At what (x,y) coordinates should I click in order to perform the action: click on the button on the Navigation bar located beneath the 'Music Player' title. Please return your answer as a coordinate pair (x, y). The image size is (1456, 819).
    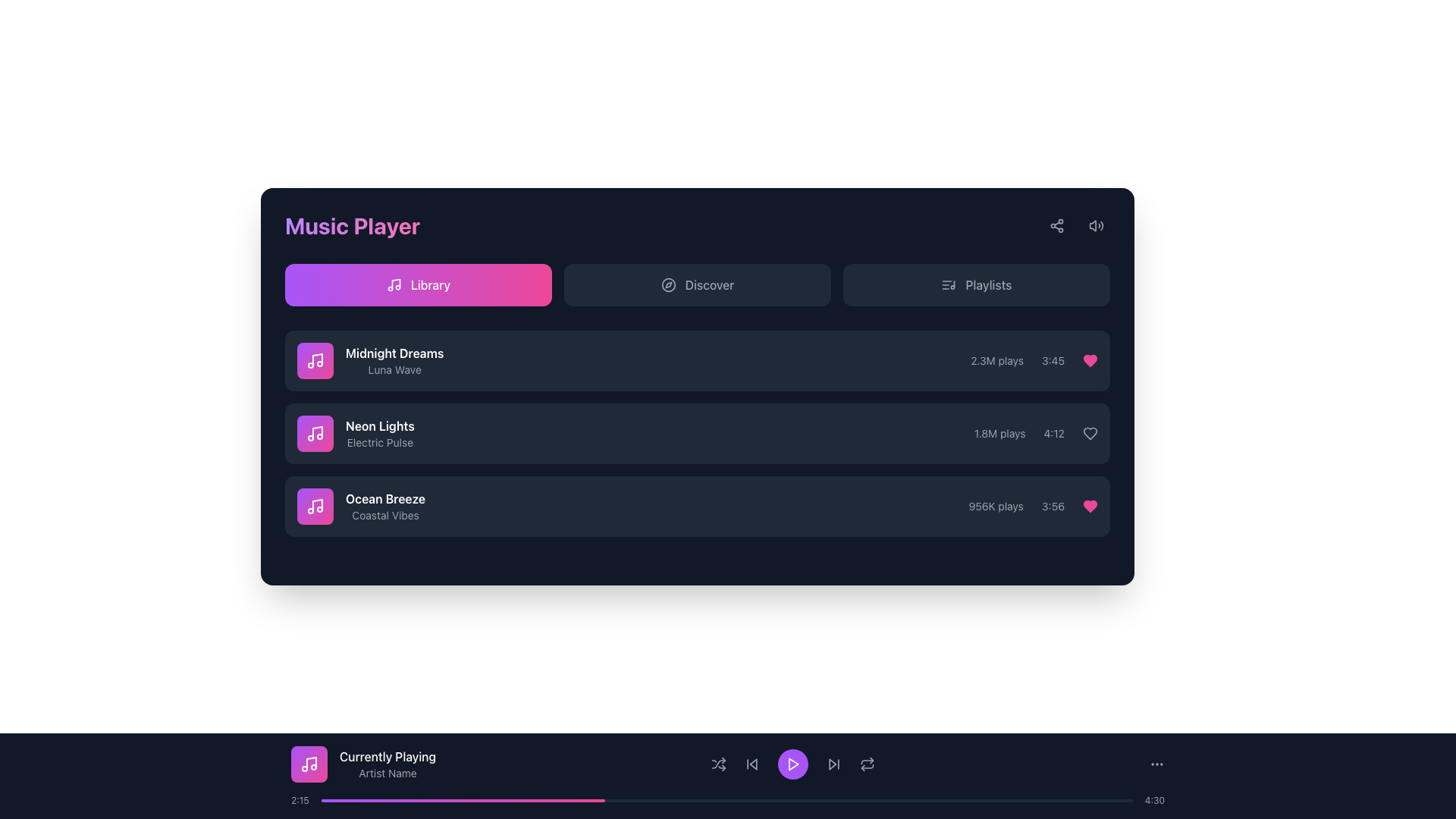
    Looking at the image, I should click on (697, 284).